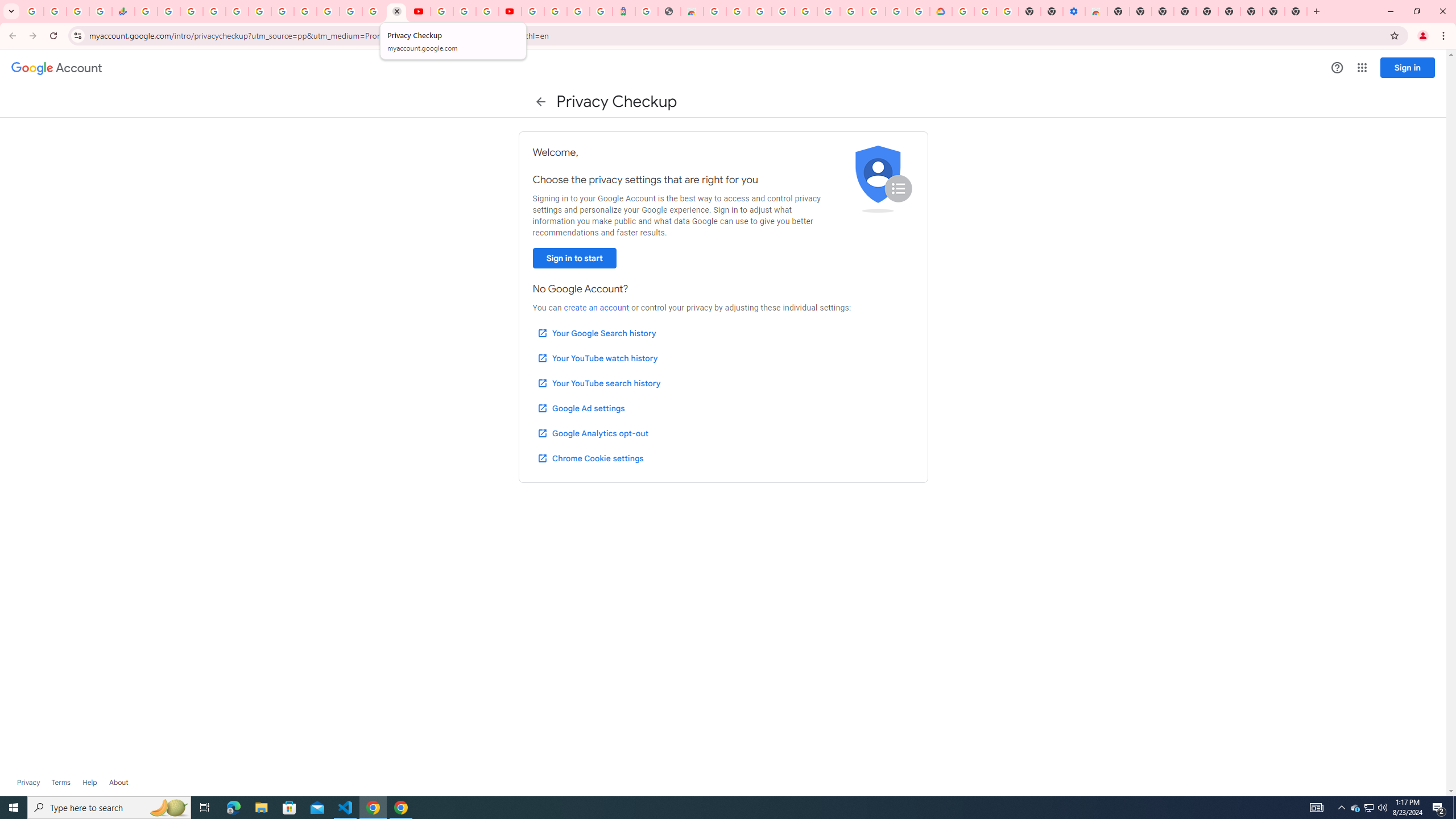 This screenshot has width=1456, height=819. I want to click on 'Create your Google Account', so click(487, 11).